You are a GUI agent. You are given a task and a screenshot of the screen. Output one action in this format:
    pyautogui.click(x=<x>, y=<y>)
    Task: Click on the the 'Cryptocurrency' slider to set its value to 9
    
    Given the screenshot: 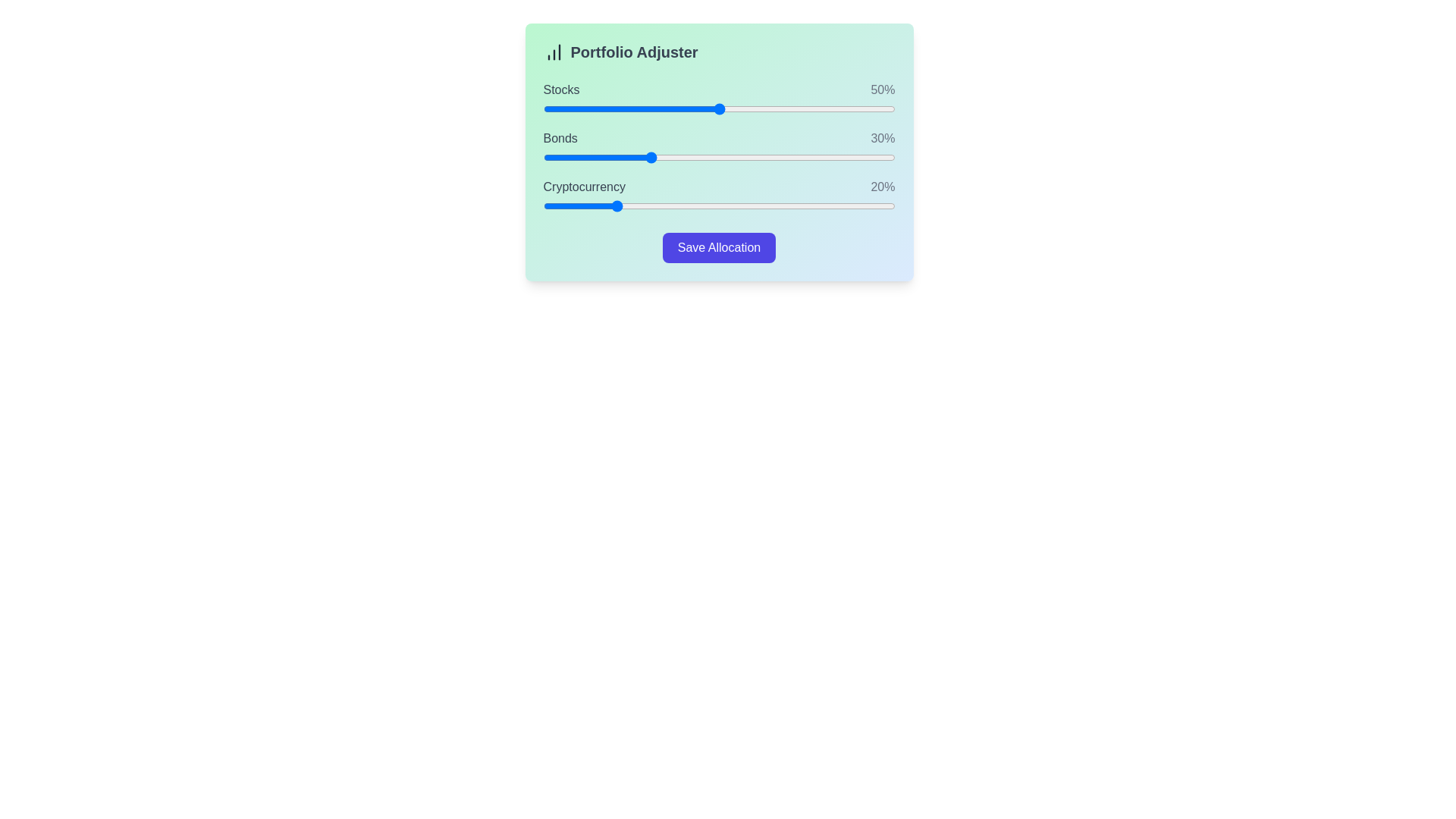 What is the action you would take?
    pyautogui.click(x=574, y=206)
    